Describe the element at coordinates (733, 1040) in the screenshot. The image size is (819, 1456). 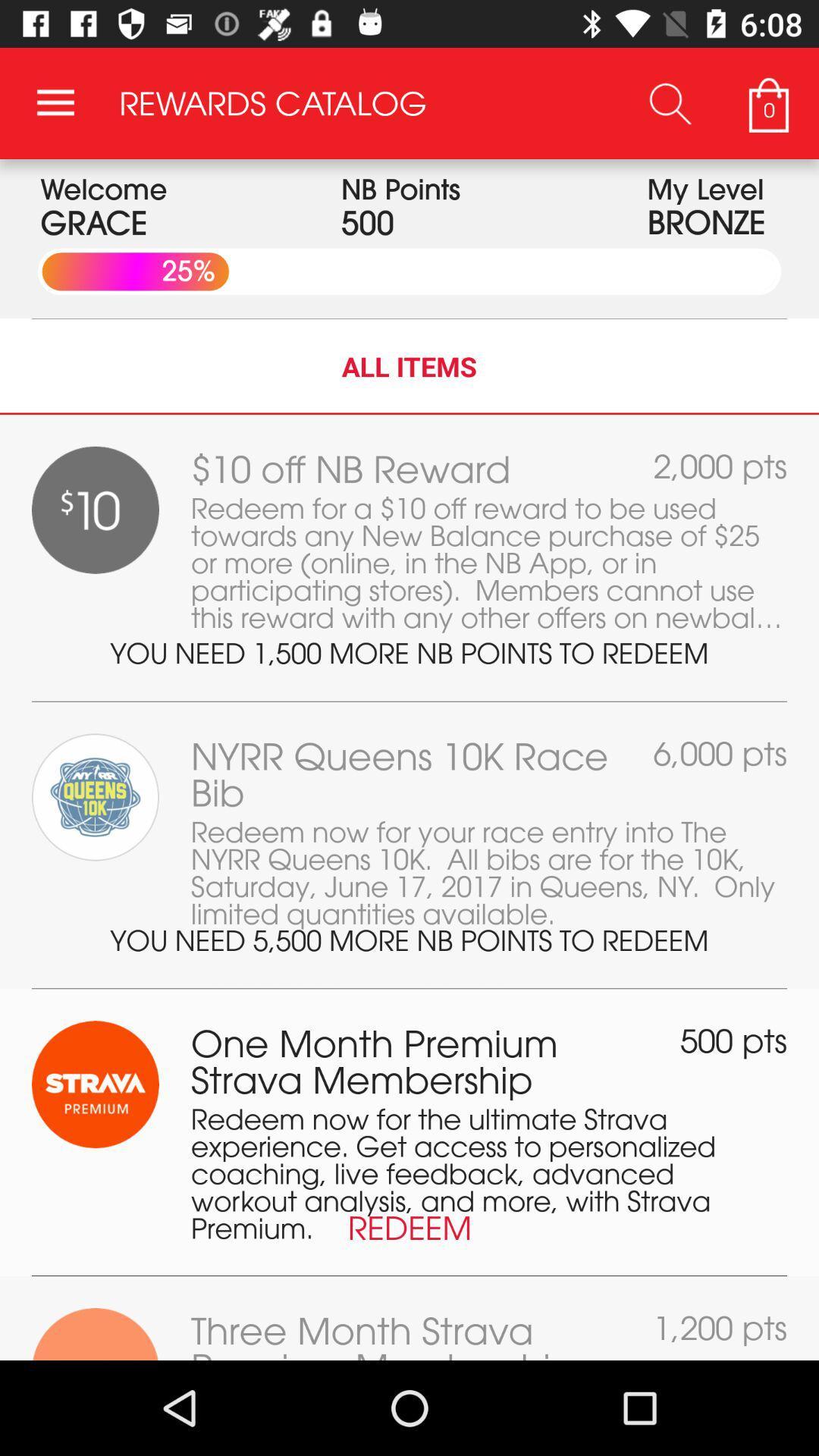
I see `the icon above the redeem now for` at that location.